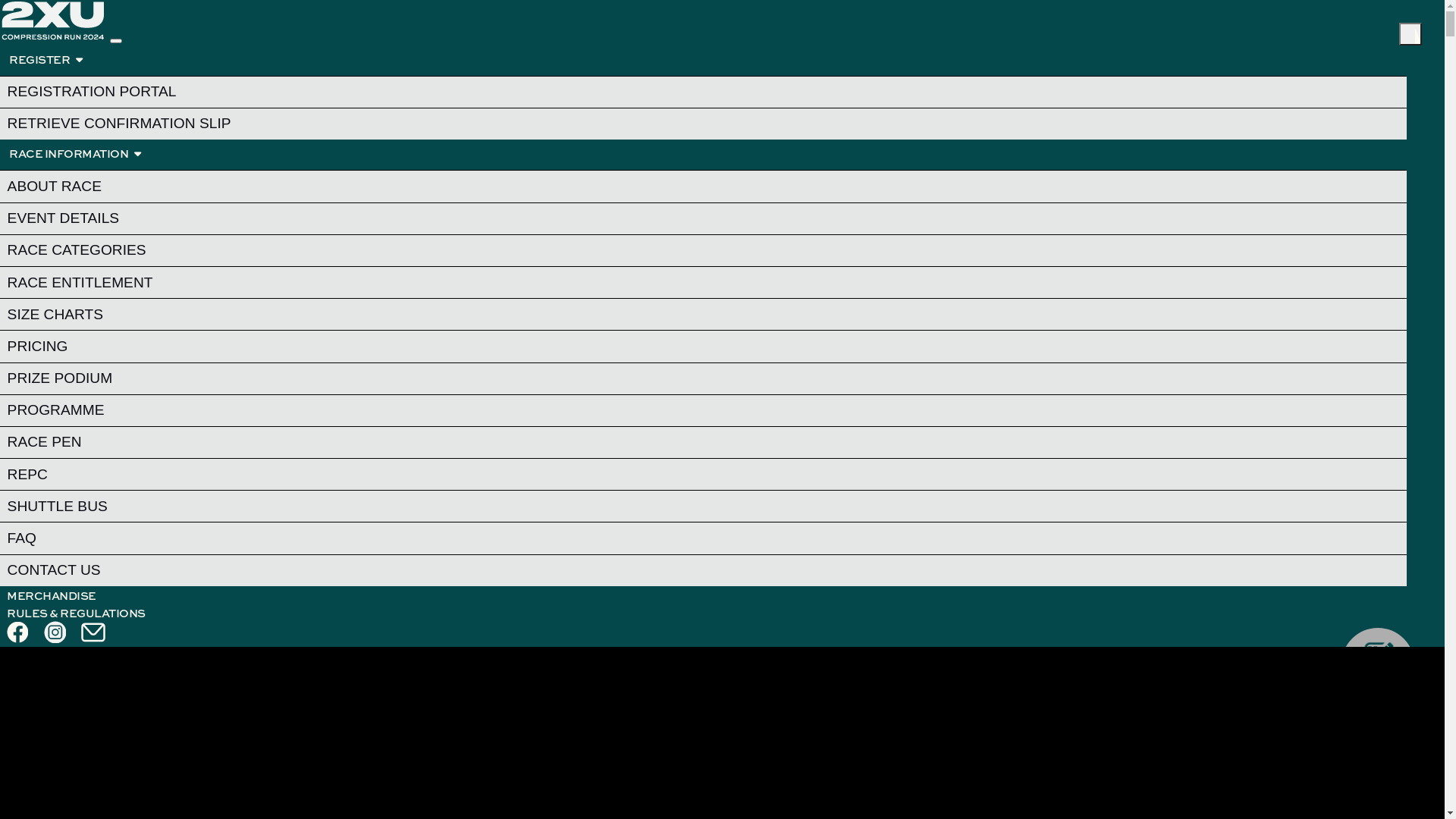  Describe the element at coordinates (702, 570) in the screenshot. I see `'CONTACT US'` at that location.